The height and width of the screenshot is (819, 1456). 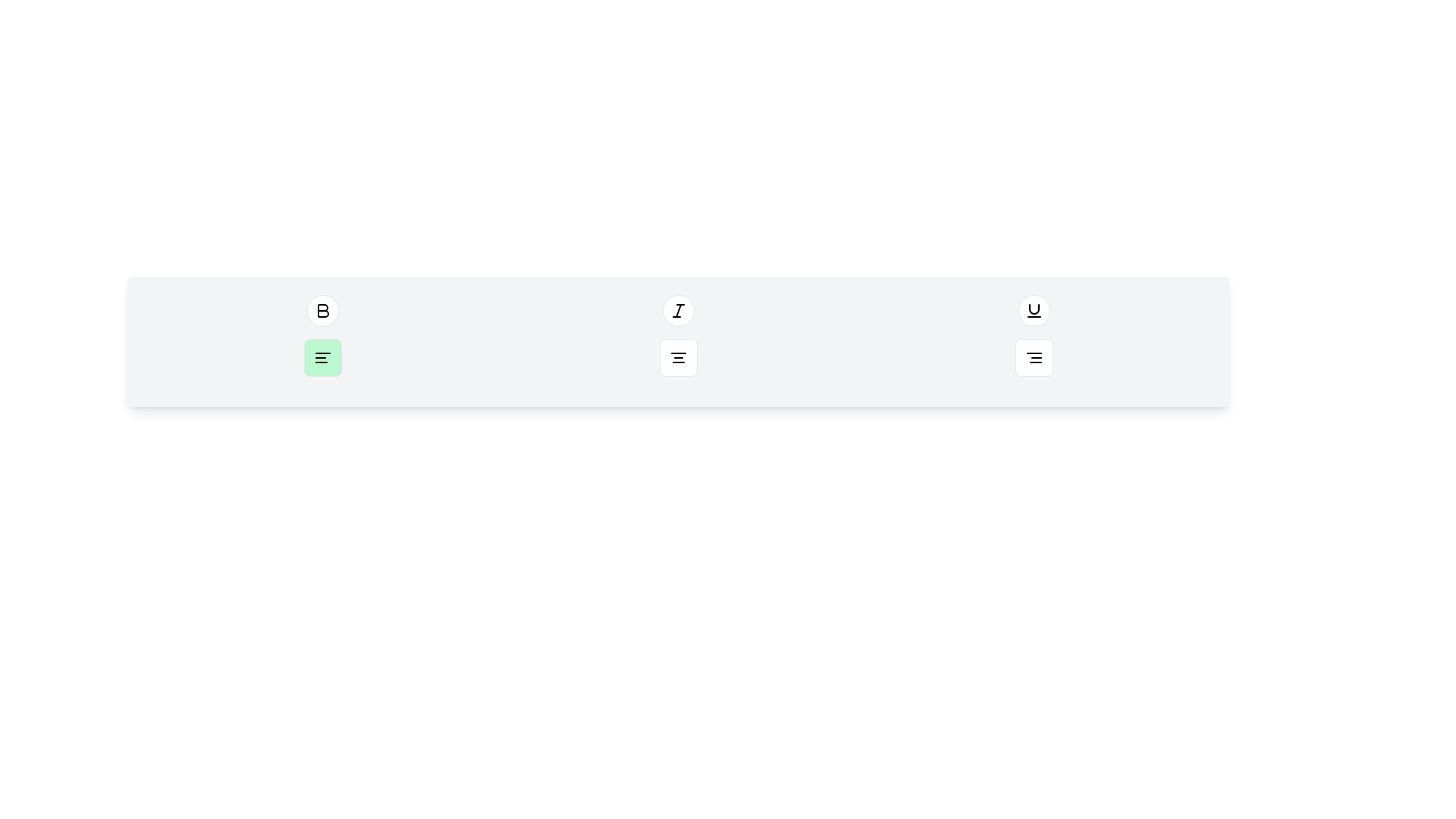 What do you see at coordinates (322, 309) in the screenshot?
I see `the bold formatting button located at the left side of the toolbar` at bounding box center [322, 309].